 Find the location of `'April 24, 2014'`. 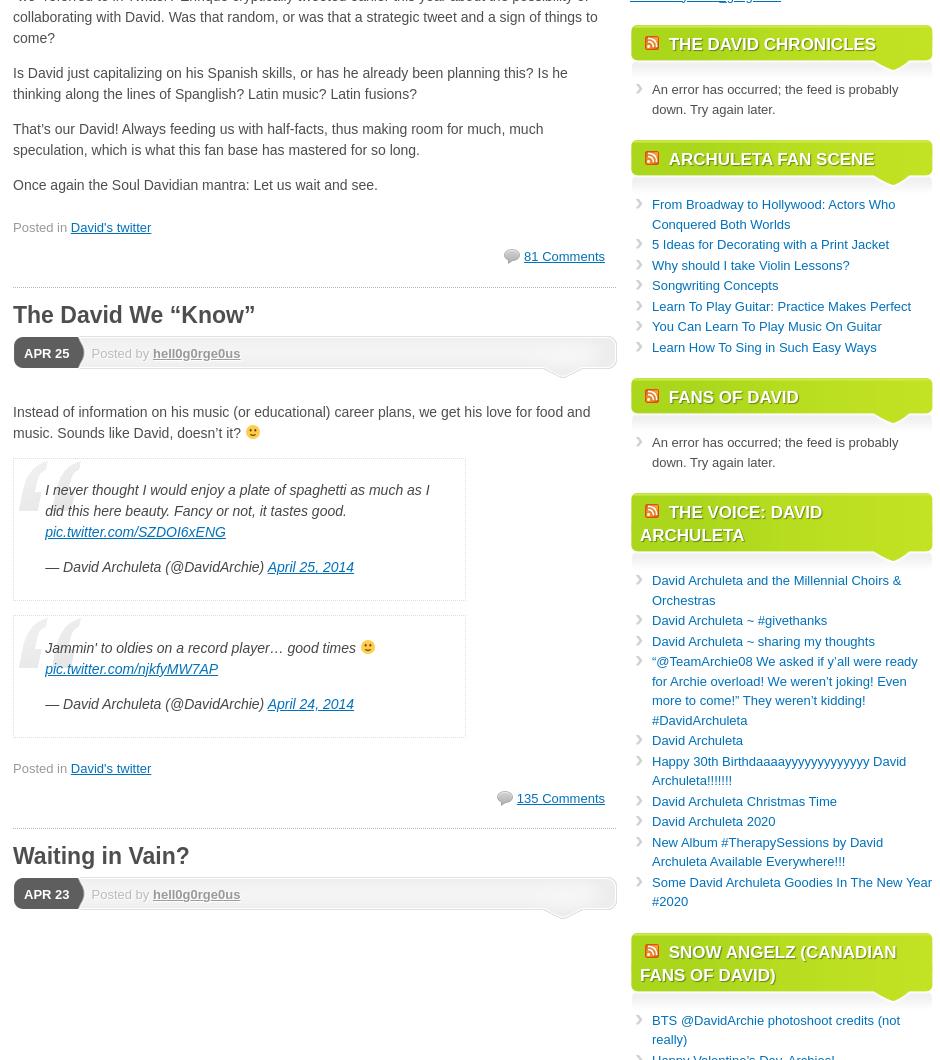

'April 24, 2014' is located at coordinates (309, 701).